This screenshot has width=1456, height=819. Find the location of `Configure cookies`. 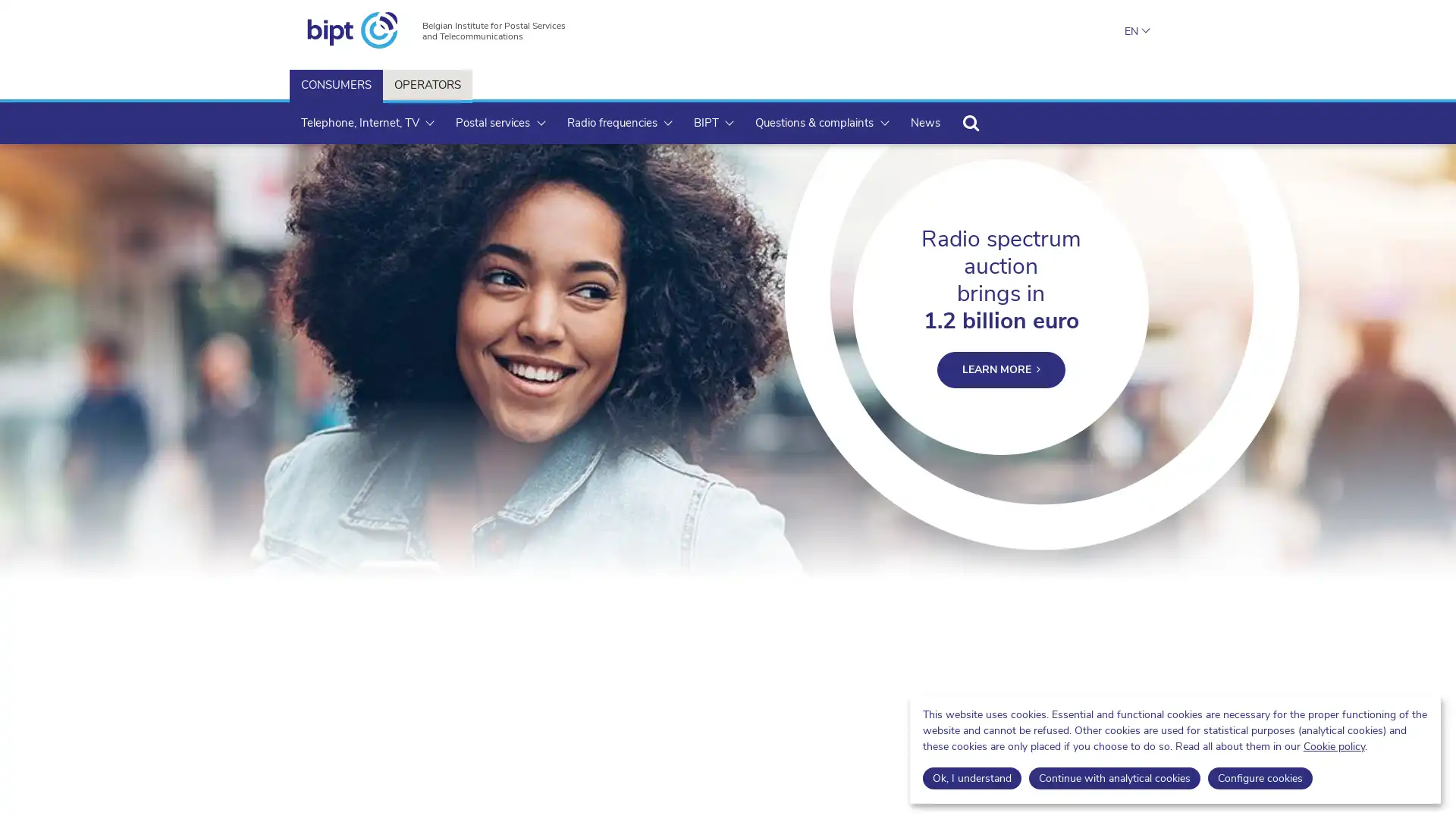

Configure cookies is located at coordinates (1259, 778).